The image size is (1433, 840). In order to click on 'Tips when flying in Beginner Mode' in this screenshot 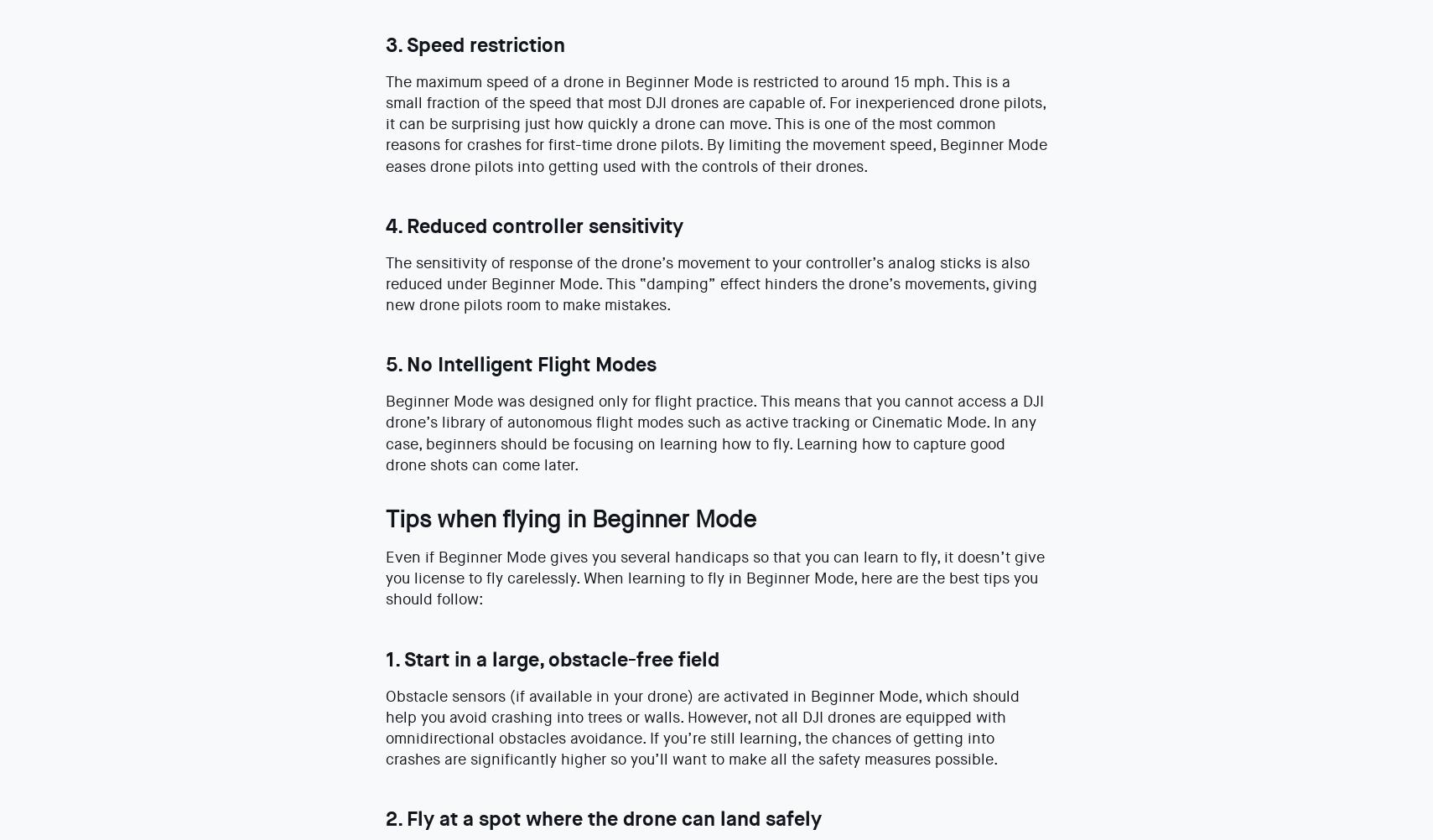, I will do `click(569, 519)`.